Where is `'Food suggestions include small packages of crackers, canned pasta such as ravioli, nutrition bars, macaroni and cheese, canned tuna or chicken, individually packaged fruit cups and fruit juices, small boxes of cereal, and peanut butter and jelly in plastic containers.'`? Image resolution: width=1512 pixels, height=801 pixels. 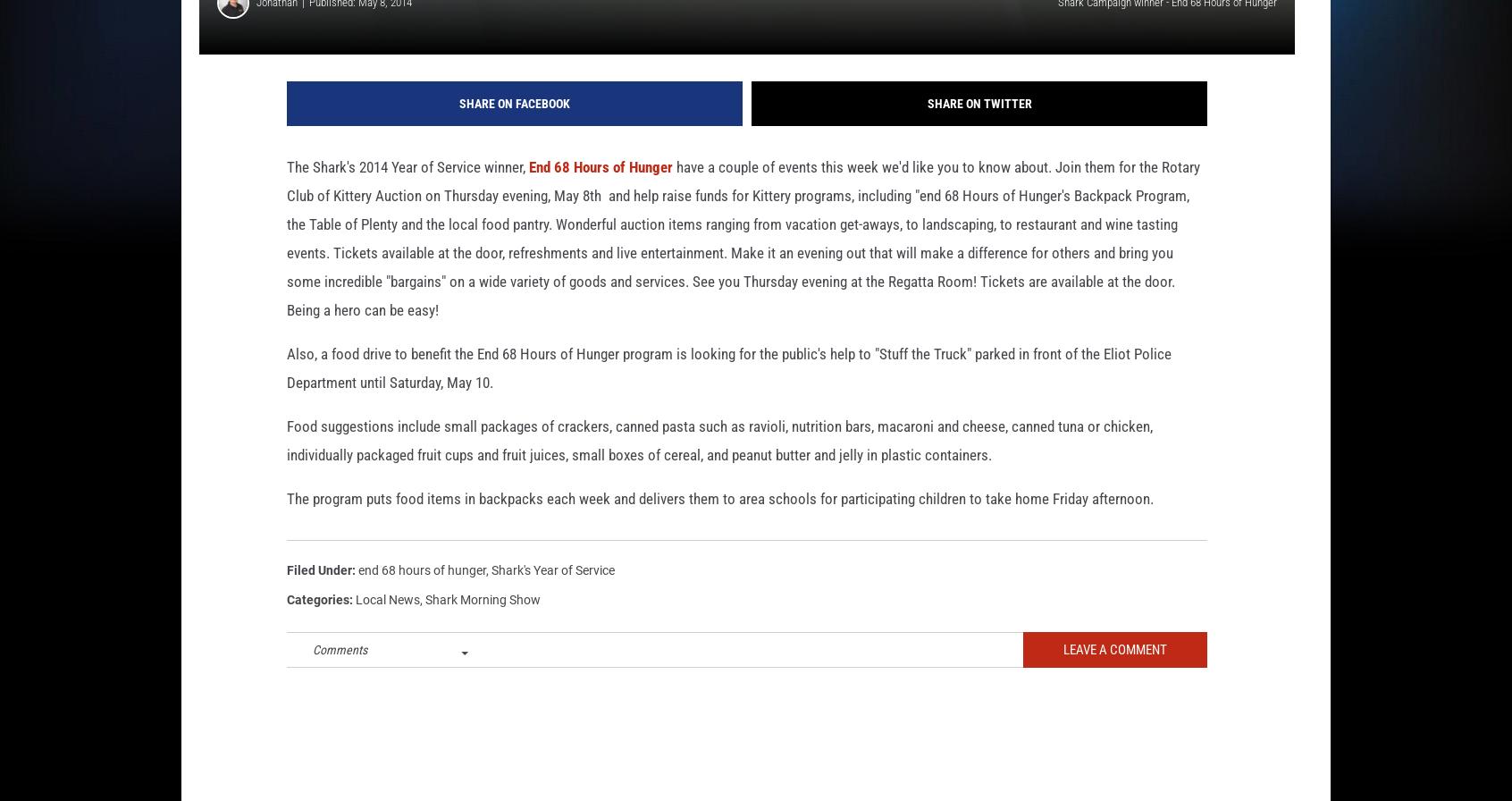 'Food suggestions include small packages of crackers, canned pasta such as ravioli, nutrition bars, macaroni and cheese, canned tuna or chicken, individually packaged fruit cups and fruit juices, small boxes of cereal, and peanut butter and jelly in plastic containers.' is located at coordinates (719, 468).